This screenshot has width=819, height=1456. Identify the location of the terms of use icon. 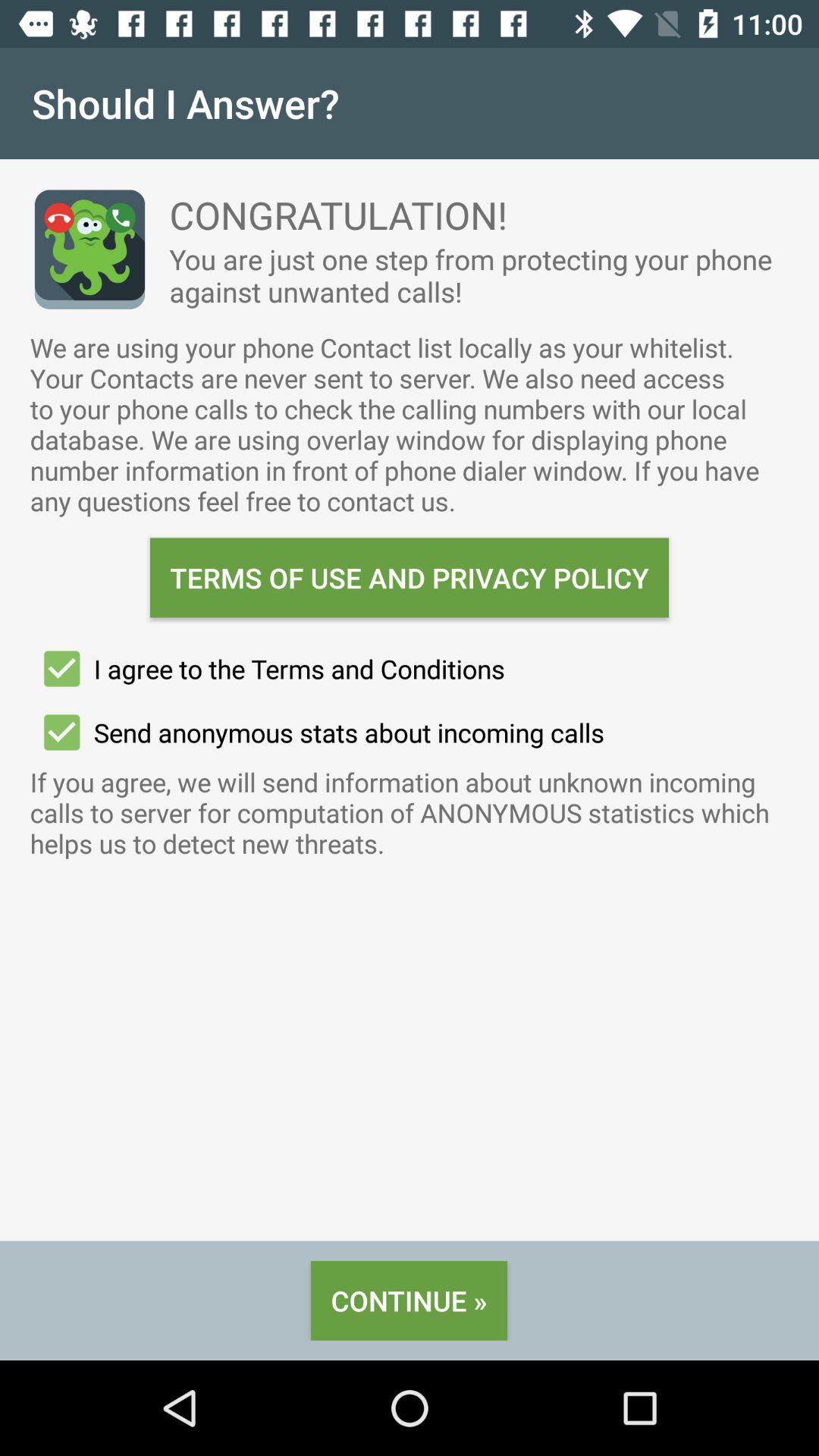
(409, 577).